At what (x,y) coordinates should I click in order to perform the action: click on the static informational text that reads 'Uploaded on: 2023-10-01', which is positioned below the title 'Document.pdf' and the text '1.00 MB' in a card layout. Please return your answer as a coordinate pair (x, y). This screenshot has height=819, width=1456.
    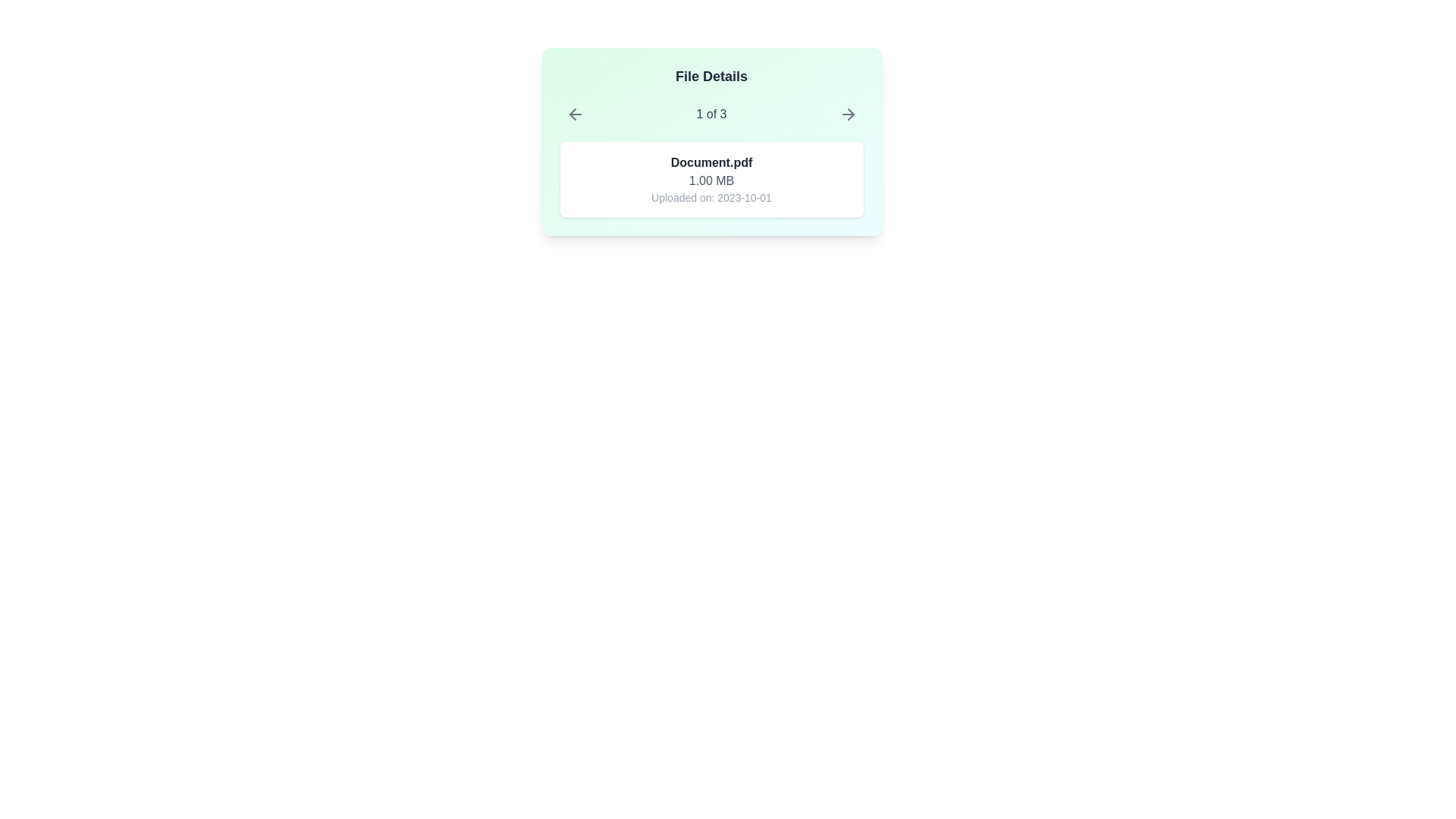
    Looking at the image, I should click on (711, 197).